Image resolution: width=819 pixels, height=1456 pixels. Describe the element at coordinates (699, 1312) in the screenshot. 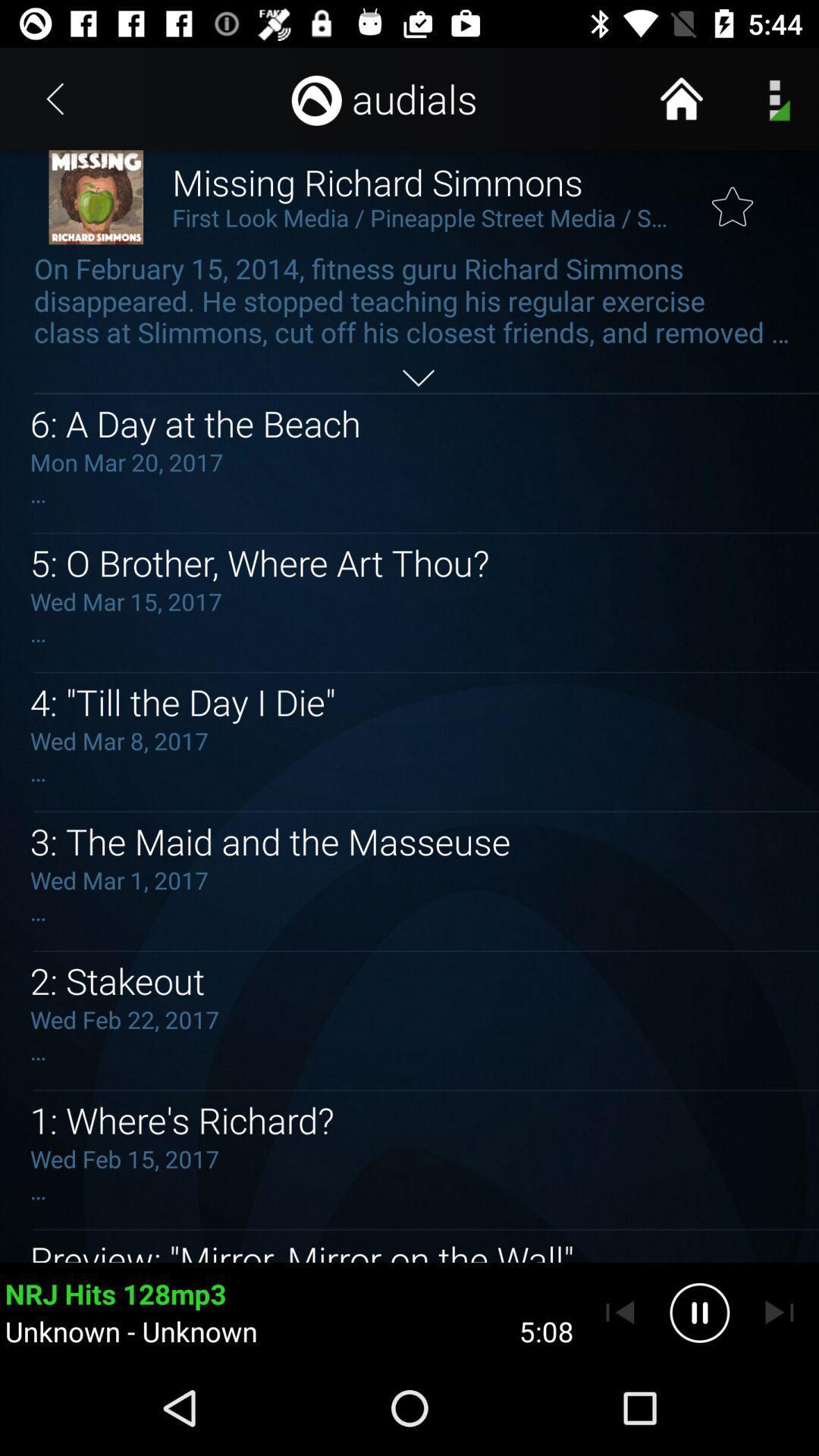

I see `the pause icon` at that location.